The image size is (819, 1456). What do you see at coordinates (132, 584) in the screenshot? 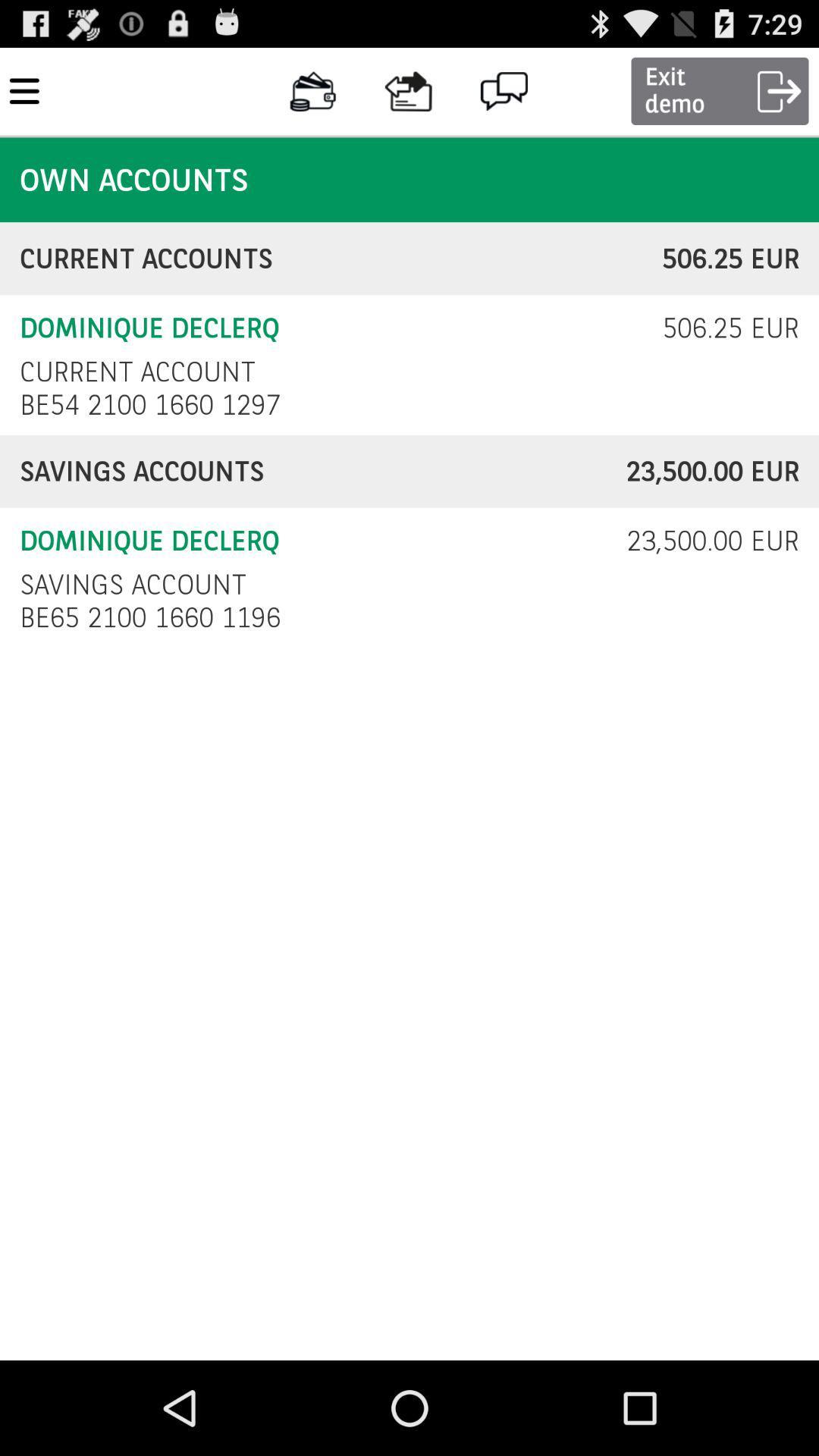
I see `the icon below the dominique declerq` at bounding box center [132, 584].